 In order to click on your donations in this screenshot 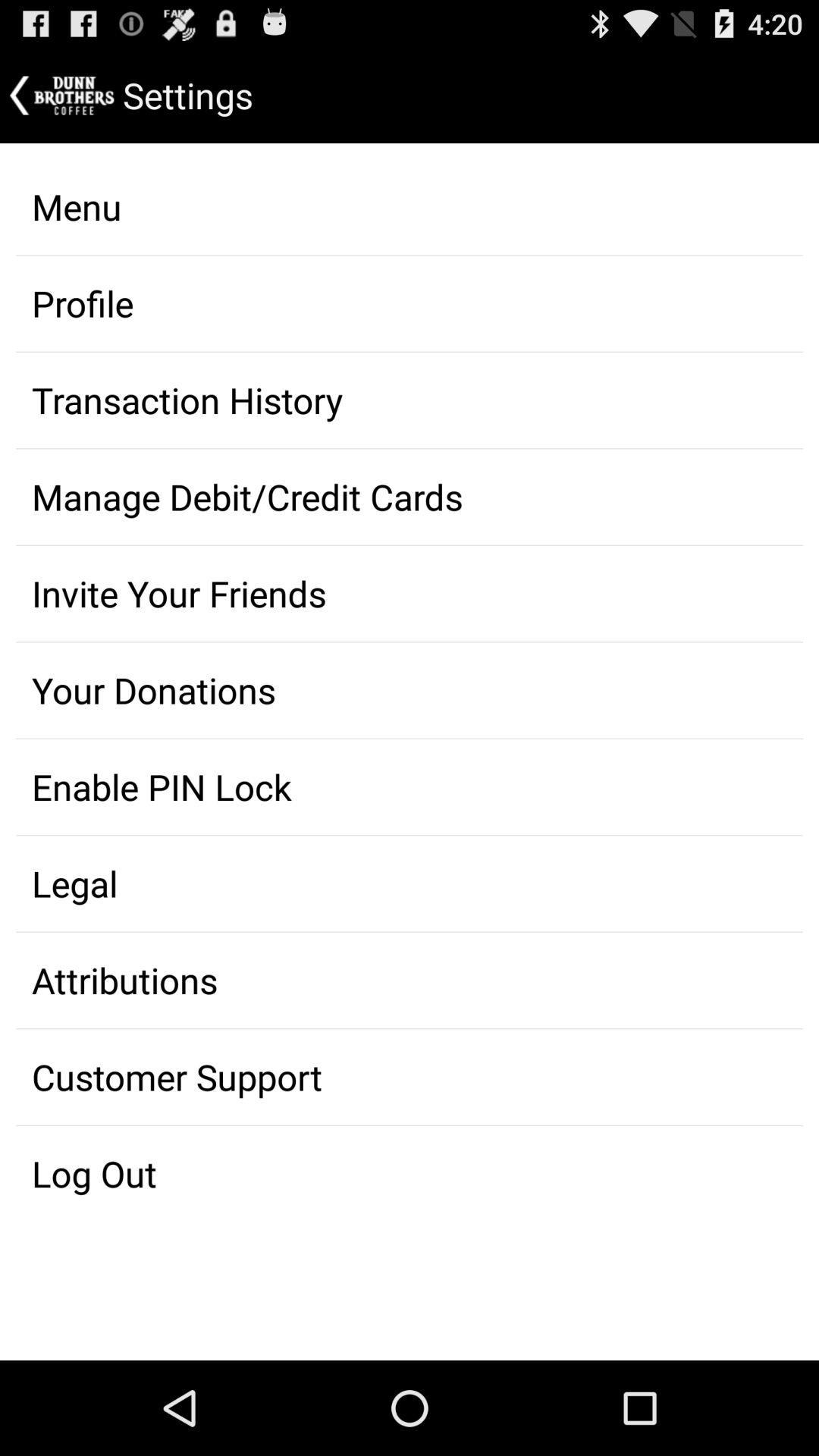, I will do `click(409, 690)`.